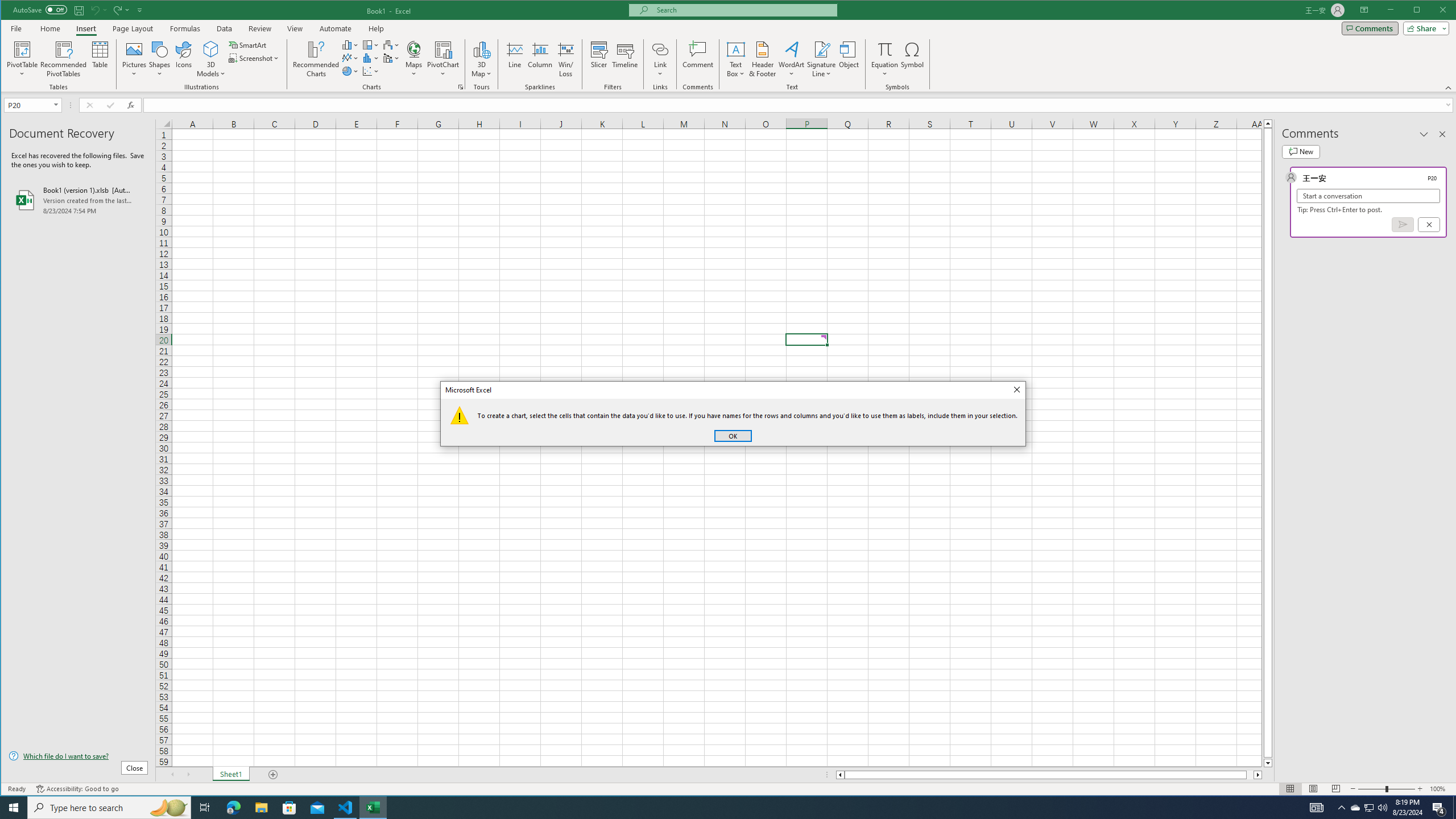 The image size is (1456, 819). What do you see at coordinates (540, 59) in the screenshot?
I see `'Column'` at bounding box center [540, 59].